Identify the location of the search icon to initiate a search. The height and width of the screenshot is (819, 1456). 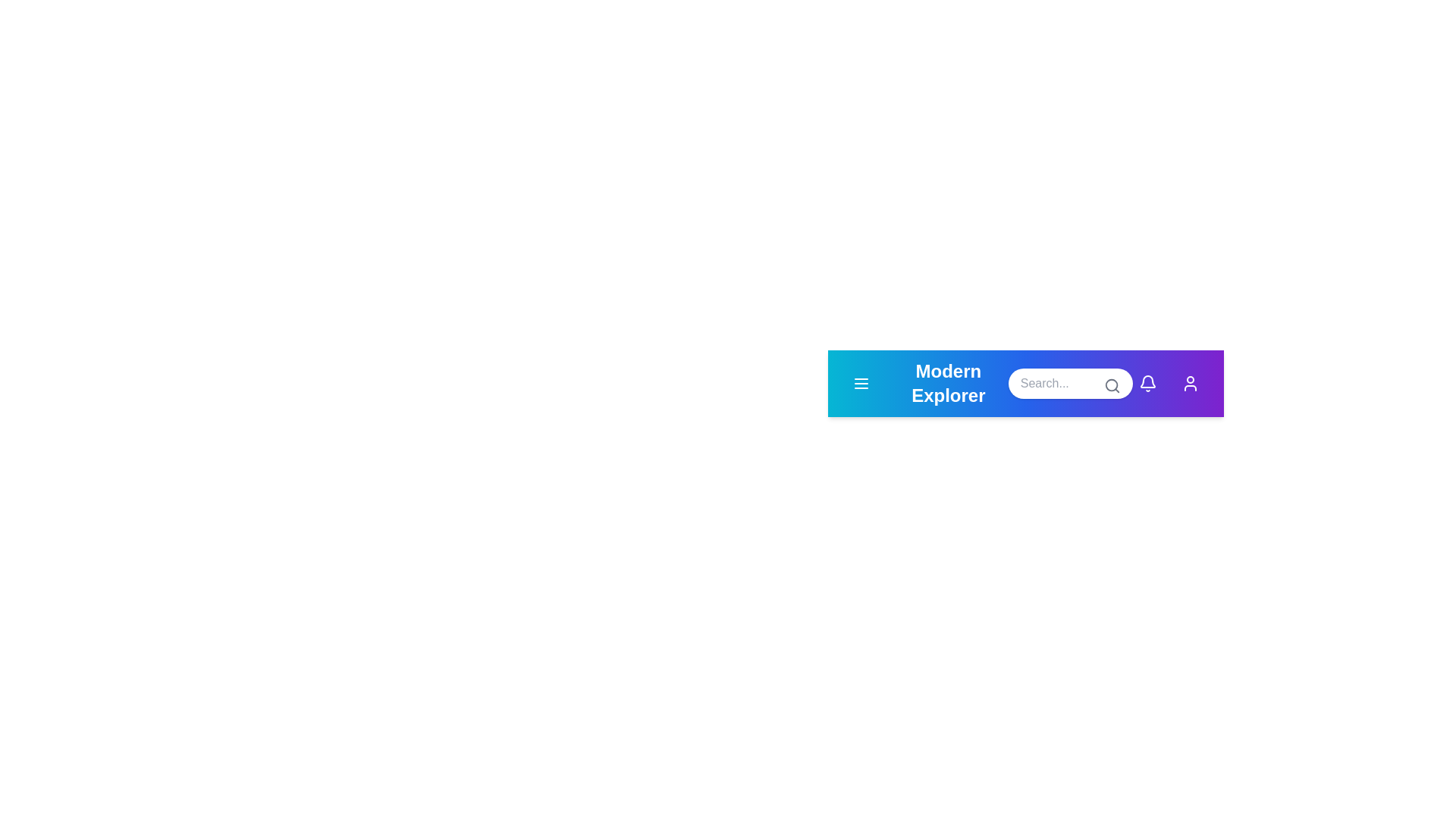
(1112, 385).